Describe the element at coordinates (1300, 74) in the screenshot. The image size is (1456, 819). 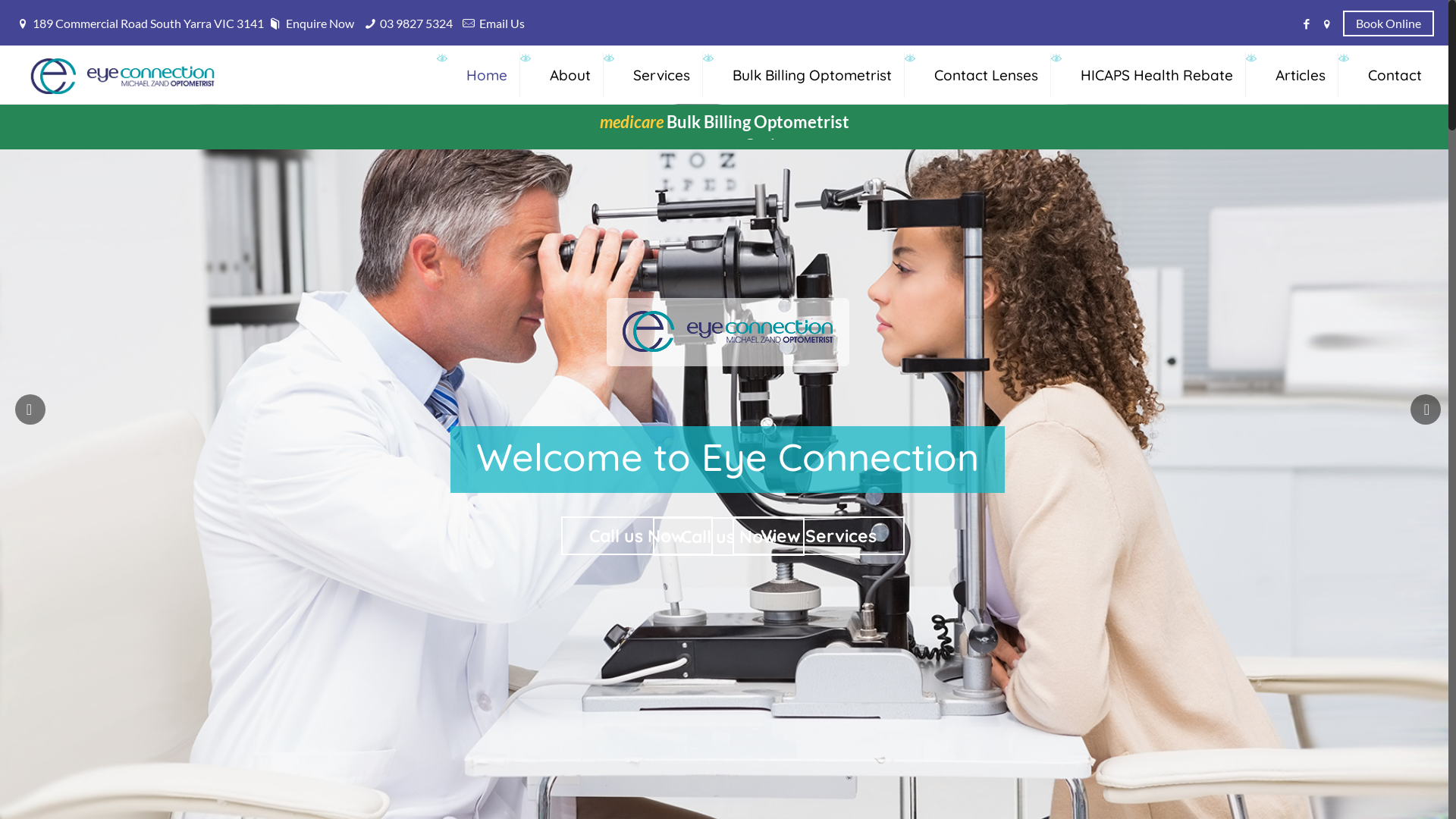
I see `'Articles'` at that location.